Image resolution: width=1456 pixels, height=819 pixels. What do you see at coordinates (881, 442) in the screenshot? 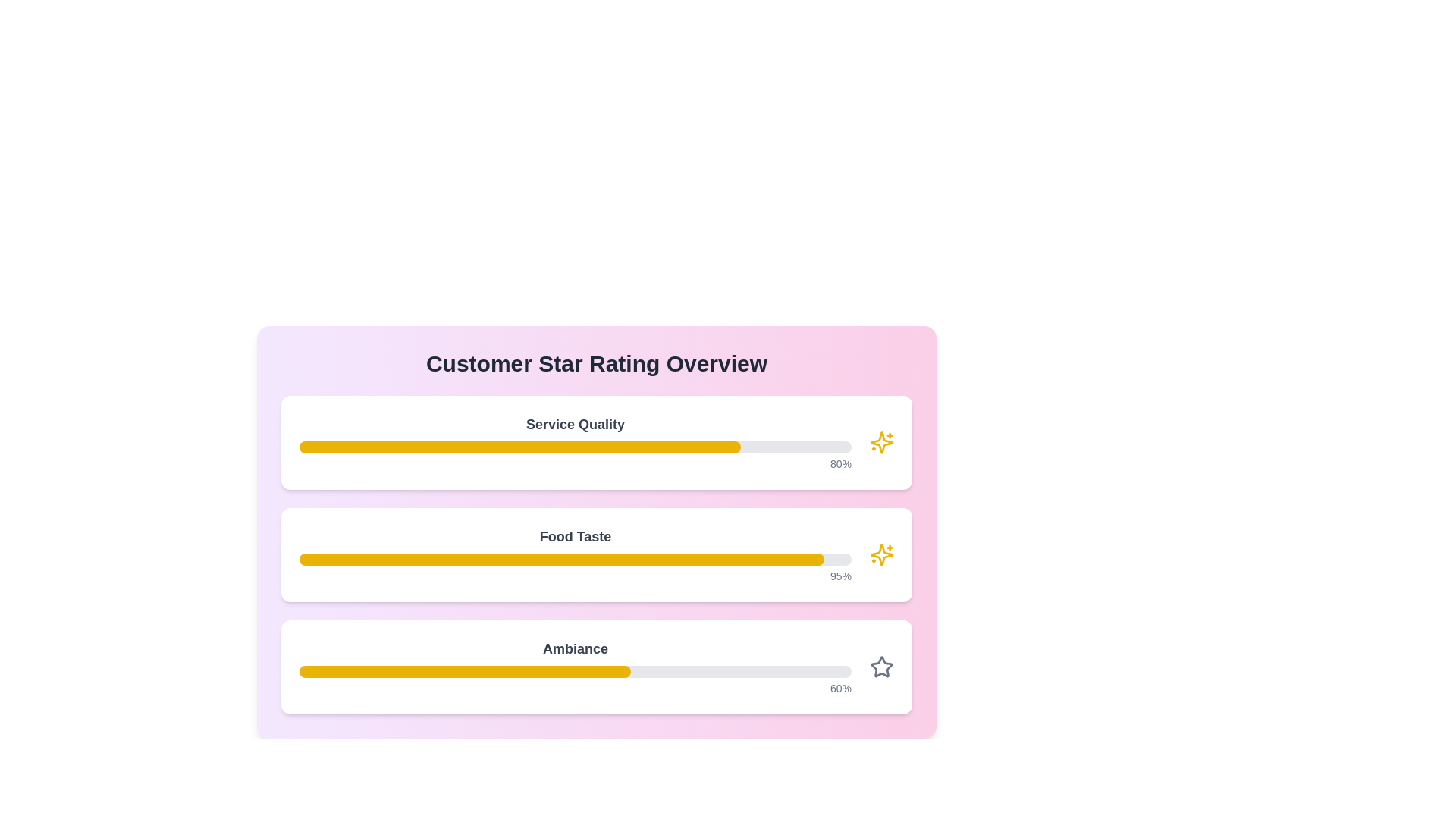
I see `the yellow starburst icon located in the top-right corner of the 'Service Quality' section, next to the progress bar and the text label '80%'` at bounding box center [881, 442].